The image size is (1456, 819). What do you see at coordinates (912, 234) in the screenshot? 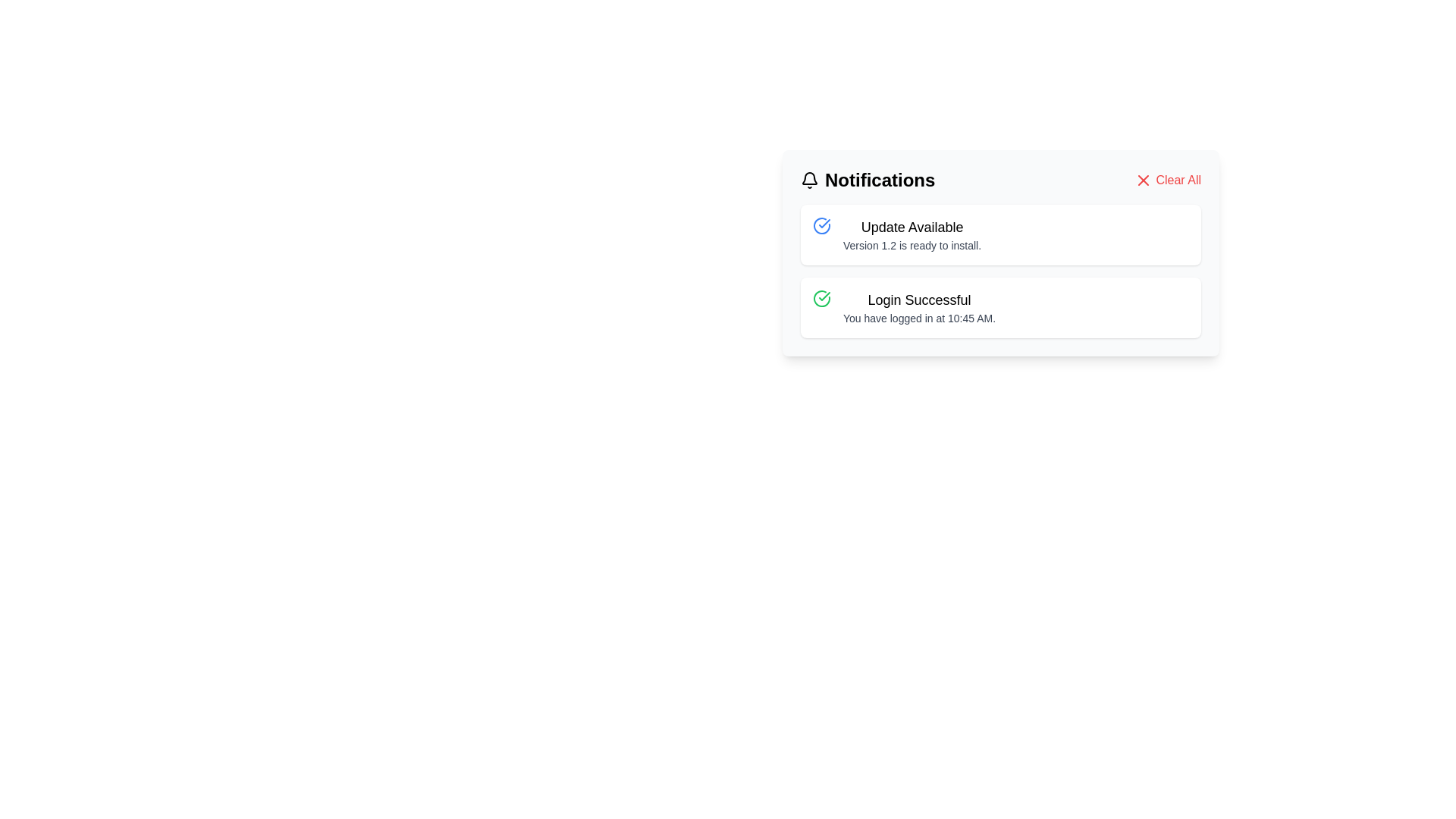
I see `notification card displaying 'Update Available' and 'Version 1.2 is ready to install.' positioned in the notifications panel` at bounding box center [912, 234].